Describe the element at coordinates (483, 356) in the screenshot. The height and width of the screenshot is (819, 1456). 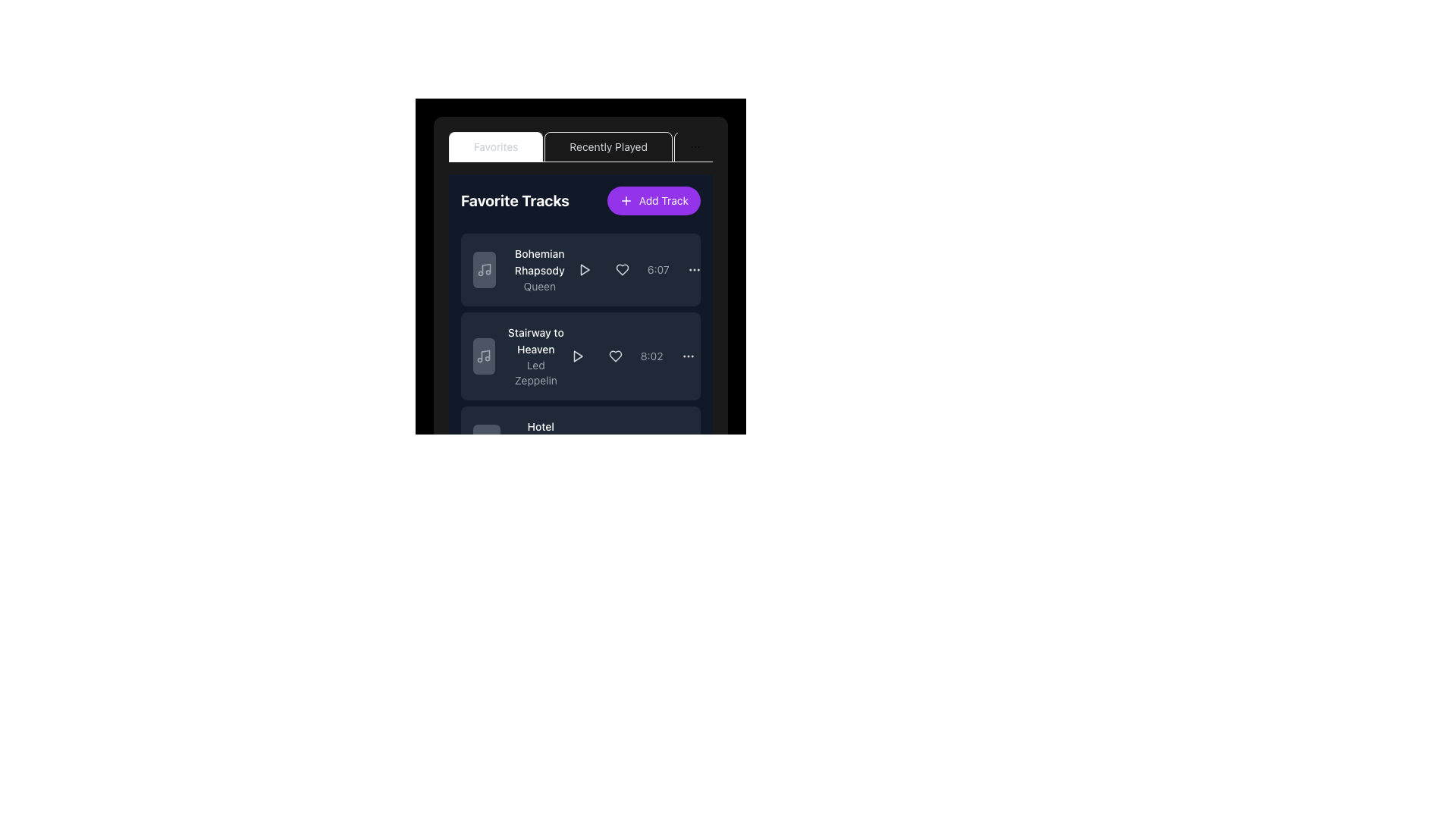
I see `the music track icon located to the left of the text 'Stairway to Heaven' by 'Led Zeppelin'` at that location.